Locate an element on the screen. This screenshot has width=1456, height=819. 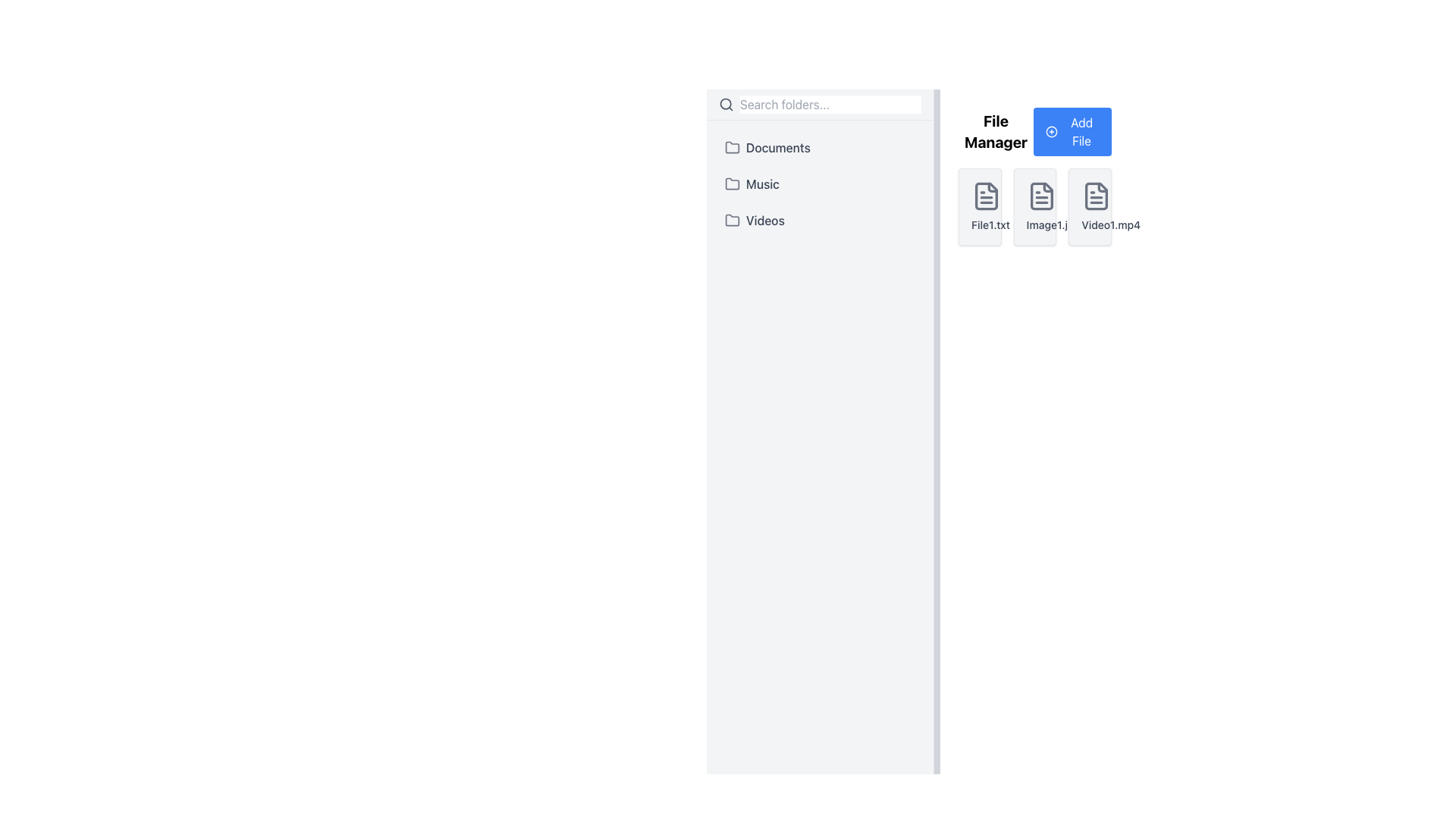
the 'Documents' text label located in the sidebar for navigation and organization within the file management interface is located at coordinates (778, 148).